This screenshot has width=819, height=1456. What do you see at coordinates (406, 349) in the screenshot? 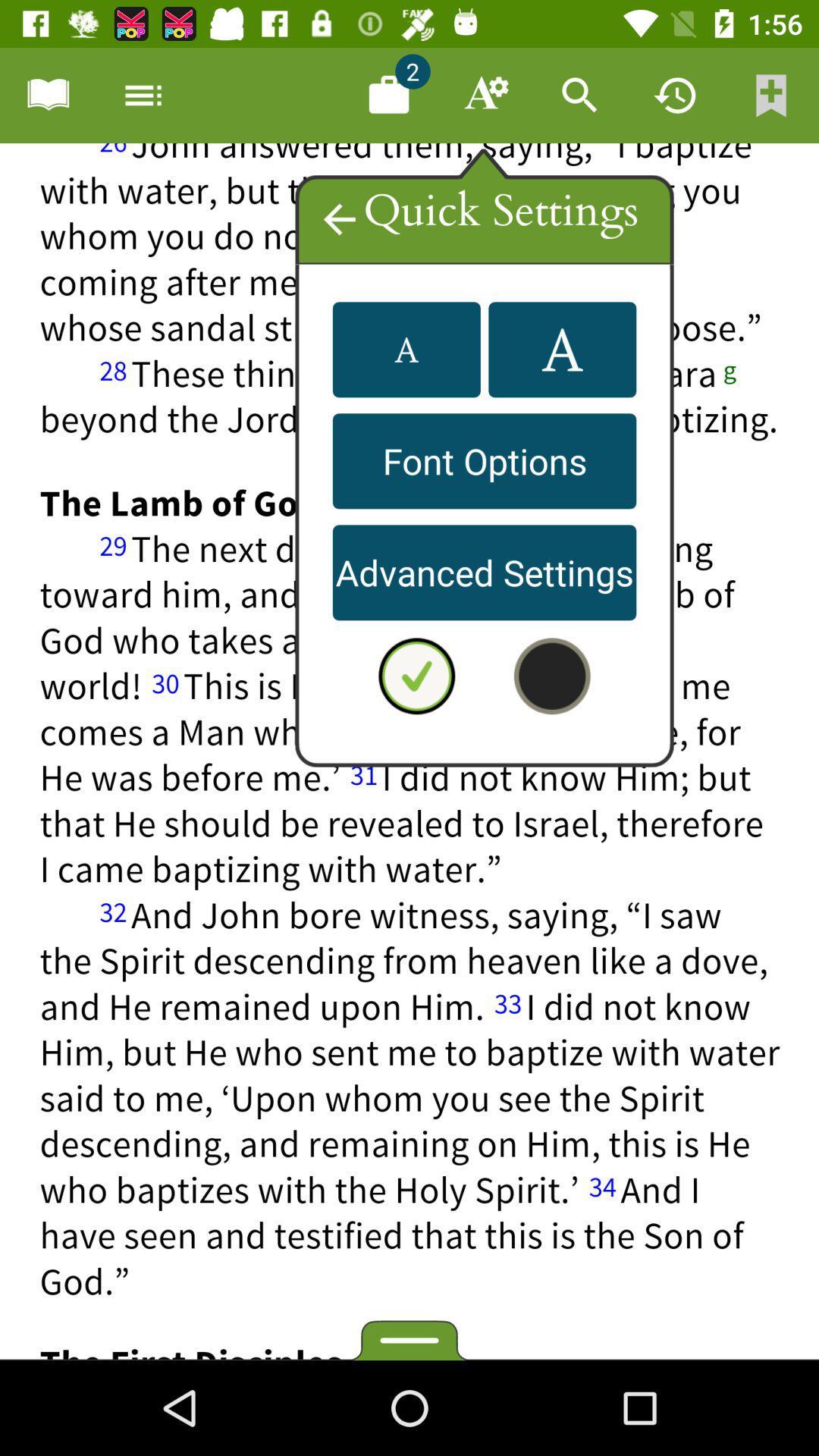
I see `the font icon` at bounding box center [406, 349].